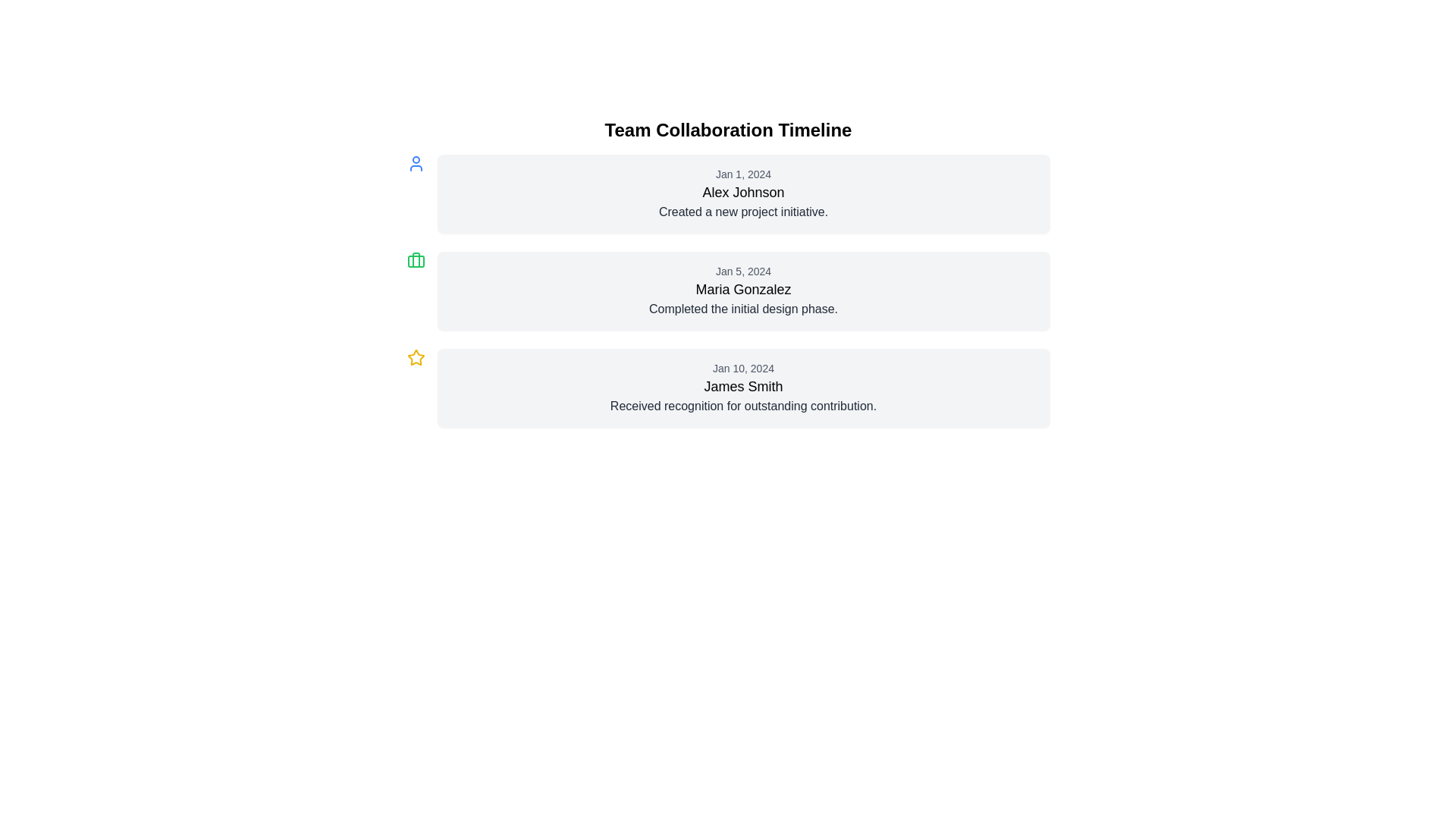 This screenshot has height=819, width=1456. Describe the element at coordinates (416, 357) in the screenshot. I see `the star icon located to the left of the last entry in the vertical timeline interface, which signifies recognition for James Smith's achievement dated Jan 10, 2024` at that location.